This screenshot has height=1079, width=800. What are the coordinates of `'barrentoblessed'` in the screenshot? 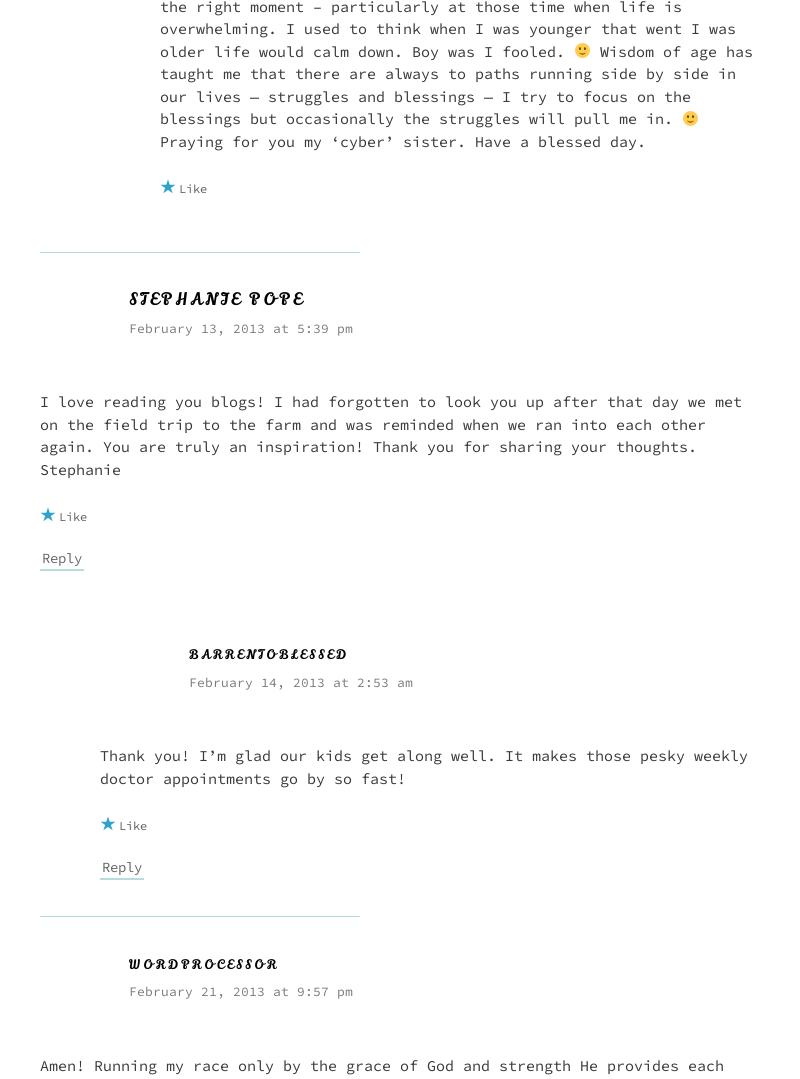 It's located at (187, 653).